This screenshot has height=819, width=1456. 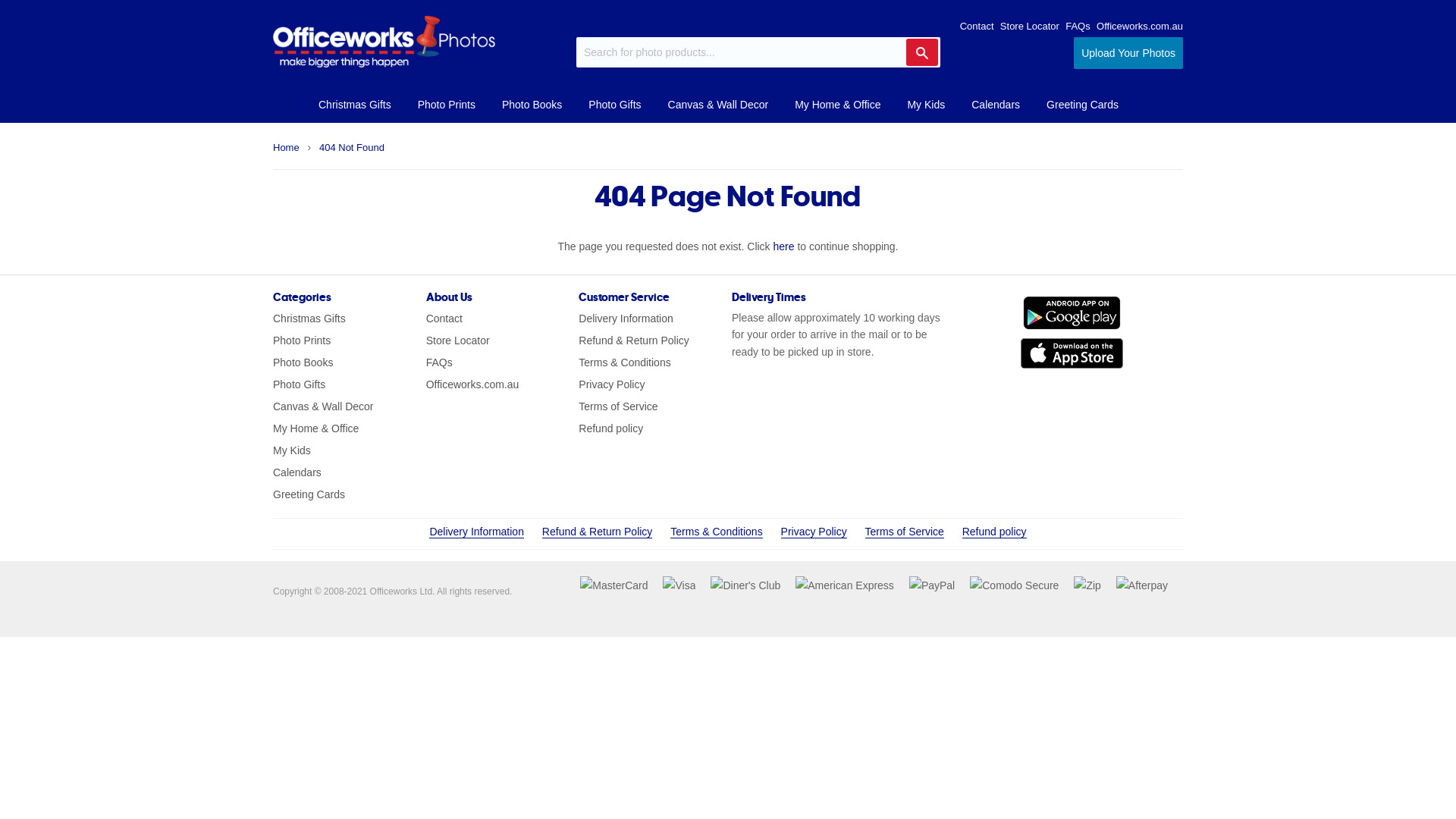 What do you see at coordinates (286, 148) in the screenshot?
I see `'Home'` at bounding box center [286, 148].